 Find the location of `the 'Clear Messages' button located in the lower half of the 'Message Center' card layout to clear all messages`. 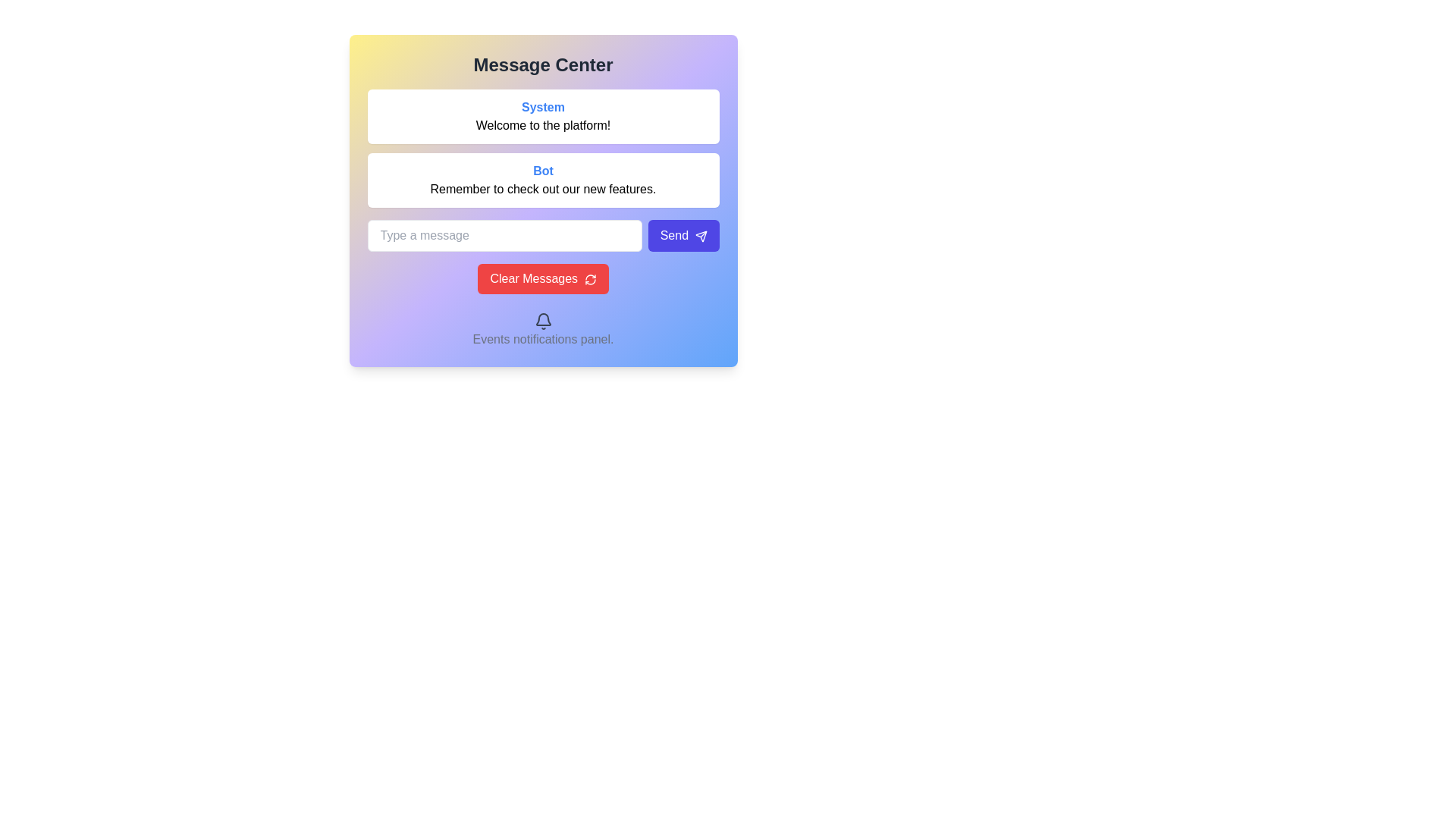

the 'Clear Messages' button located in the lower half of the 'Message Center' card layout to clear all messages is located at coordinates (543, 278).